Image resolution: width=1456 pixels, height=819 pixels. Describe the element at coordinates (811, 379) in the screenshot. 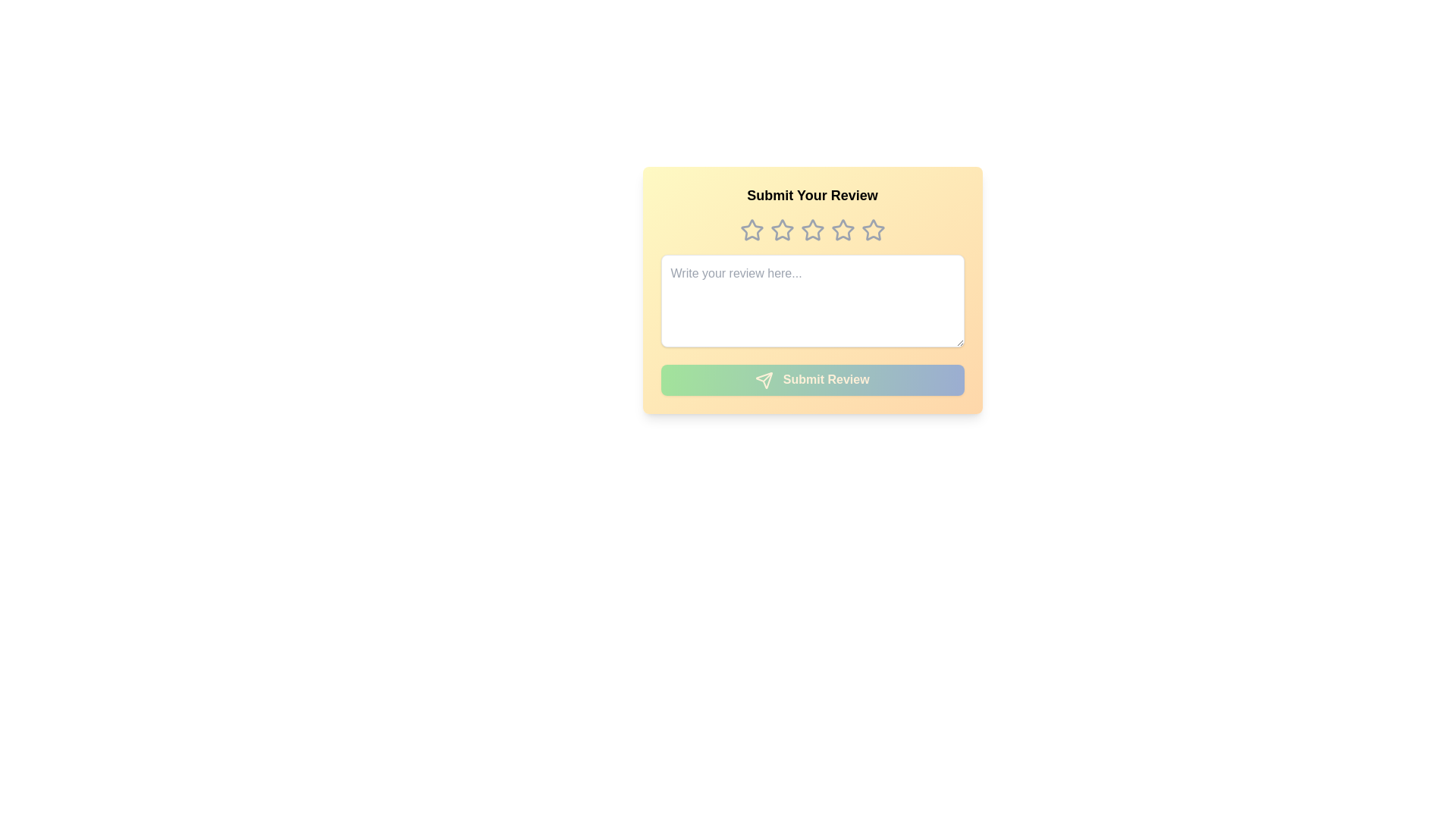

I see `the 'Submit' button located at the bottom of the 'Submit Your Review' card to attempt a submission, despite it being currently disabled` at that location.